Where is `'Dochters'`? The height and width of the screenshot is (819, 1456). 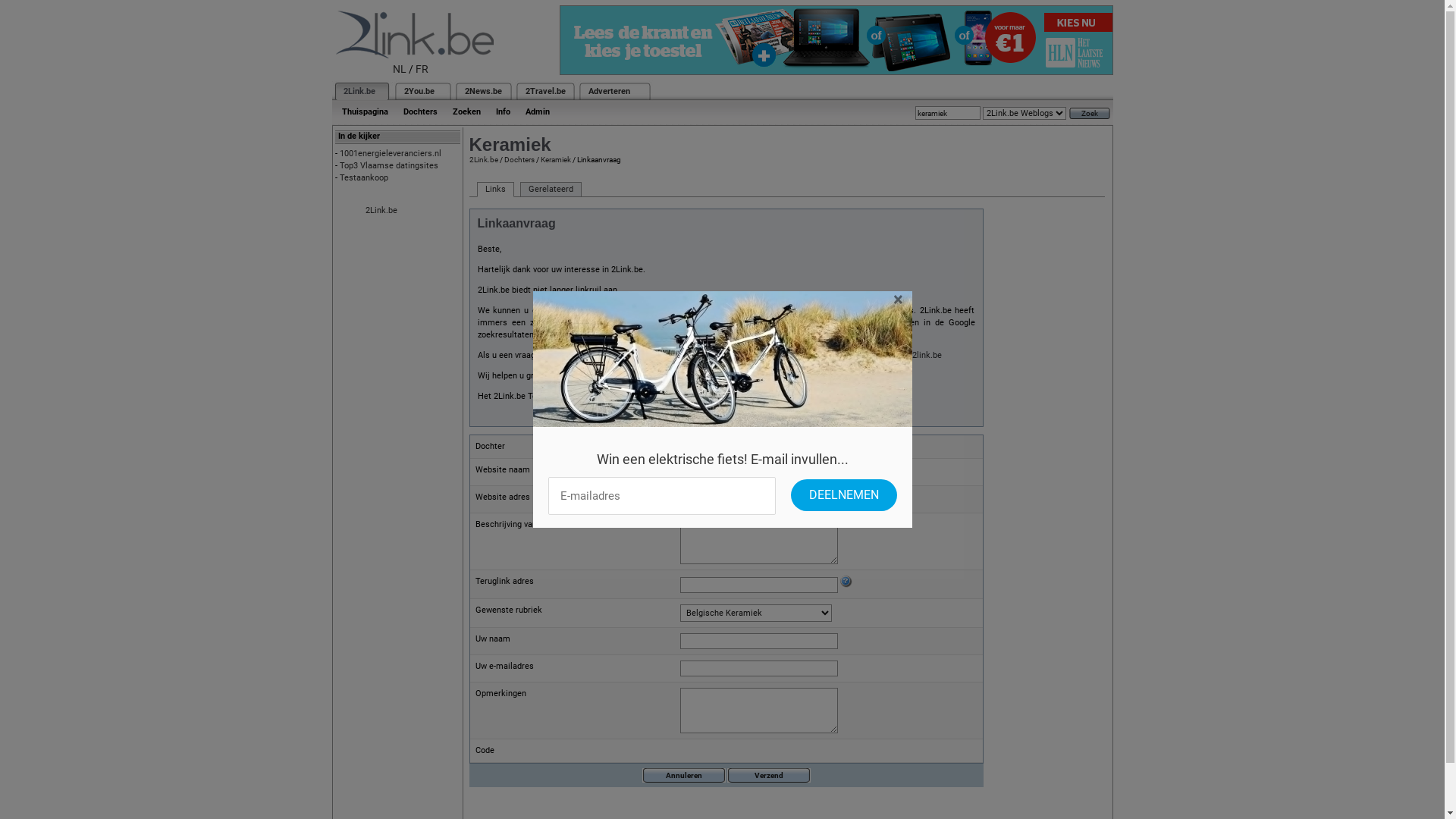 'Dochters' is located at coordinates (396, 111).